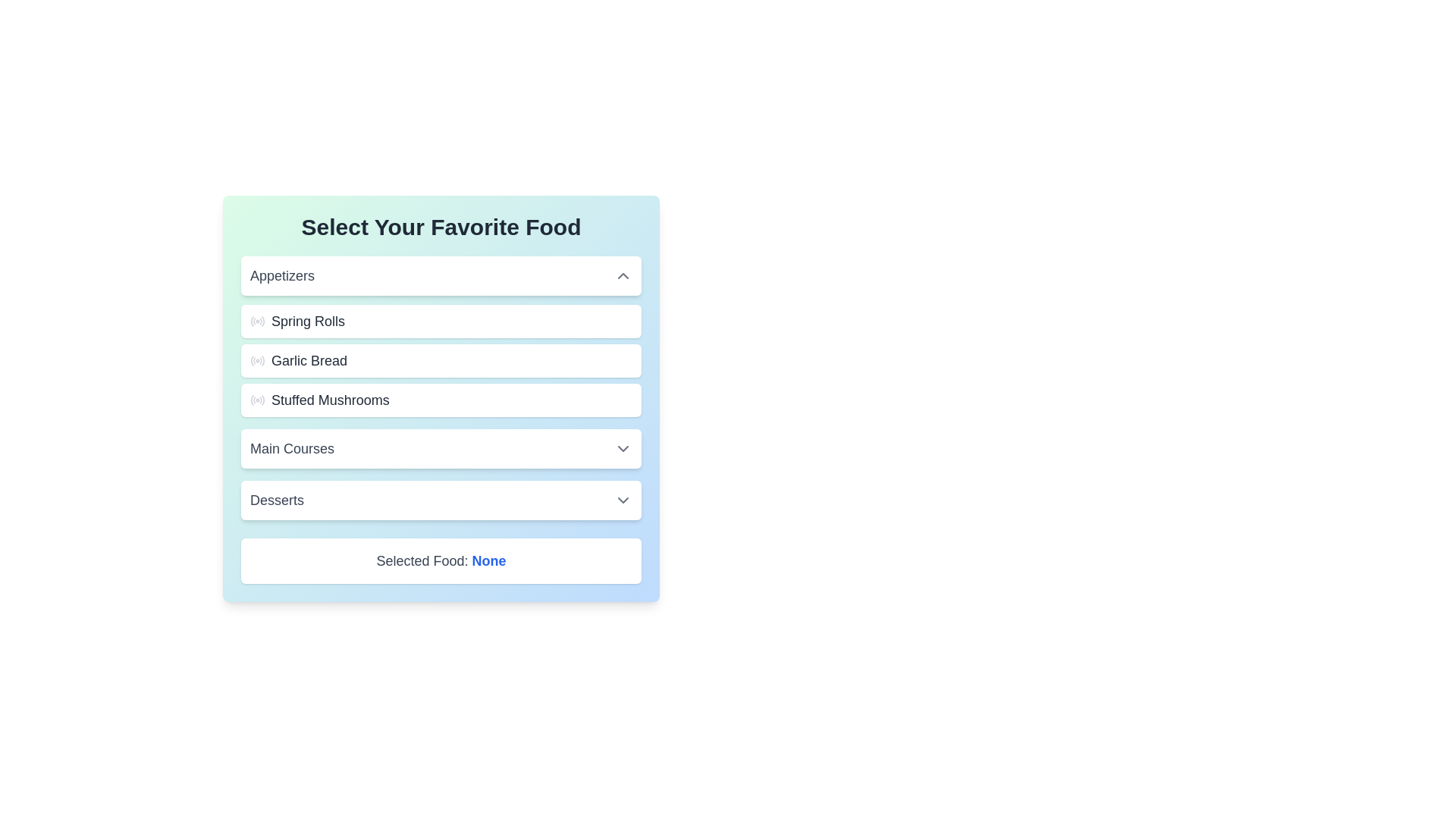  I want to click on the upward-pointing chevron icon styled in dark gray located at the far right of the 'Appetizers' section, so click(623, 275).